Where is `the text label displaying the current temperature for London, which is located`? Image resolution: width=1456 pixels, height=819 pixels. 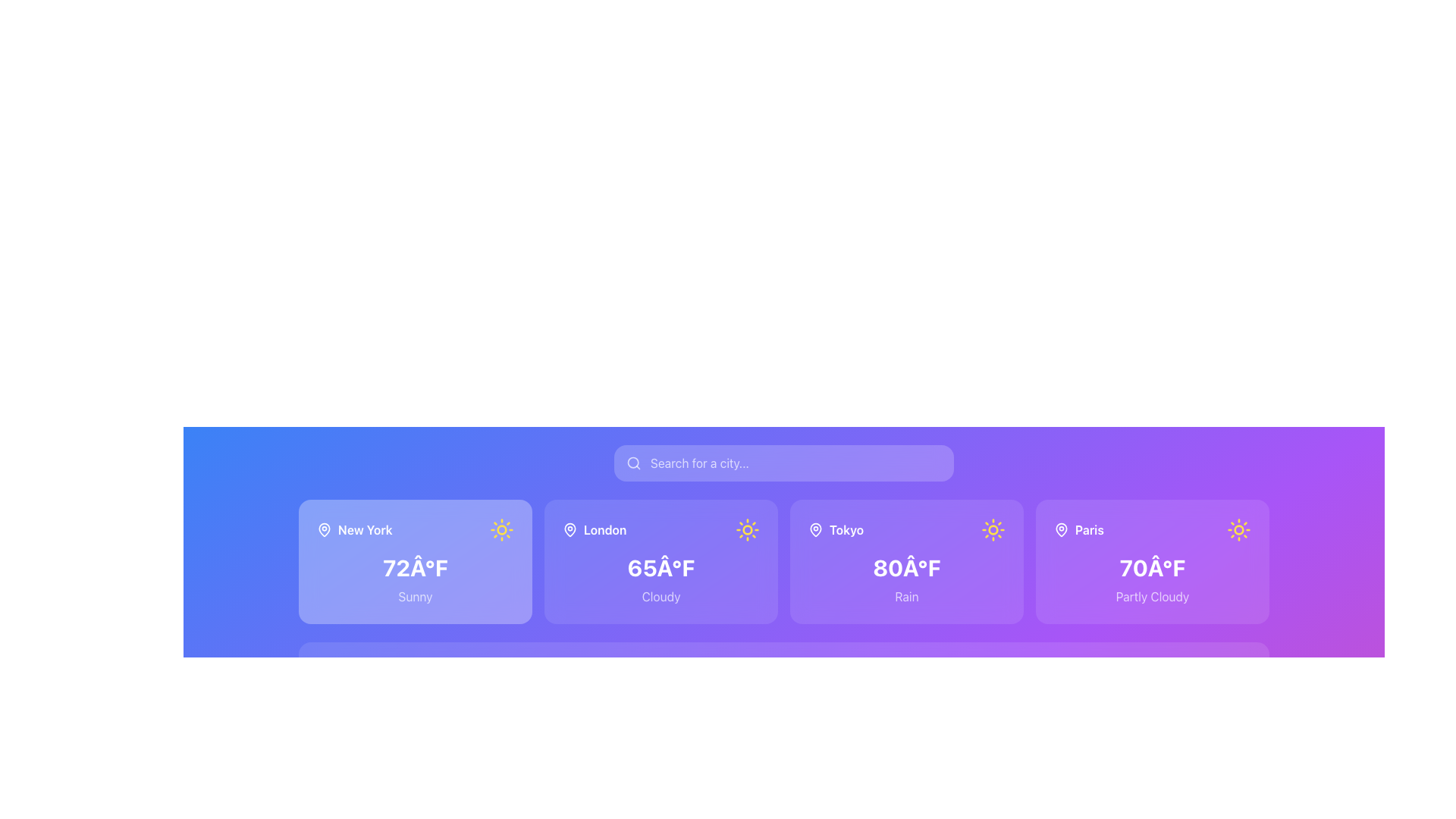
the text label displaying the current temperature for London, which is located is located at coordinates (661, 567).